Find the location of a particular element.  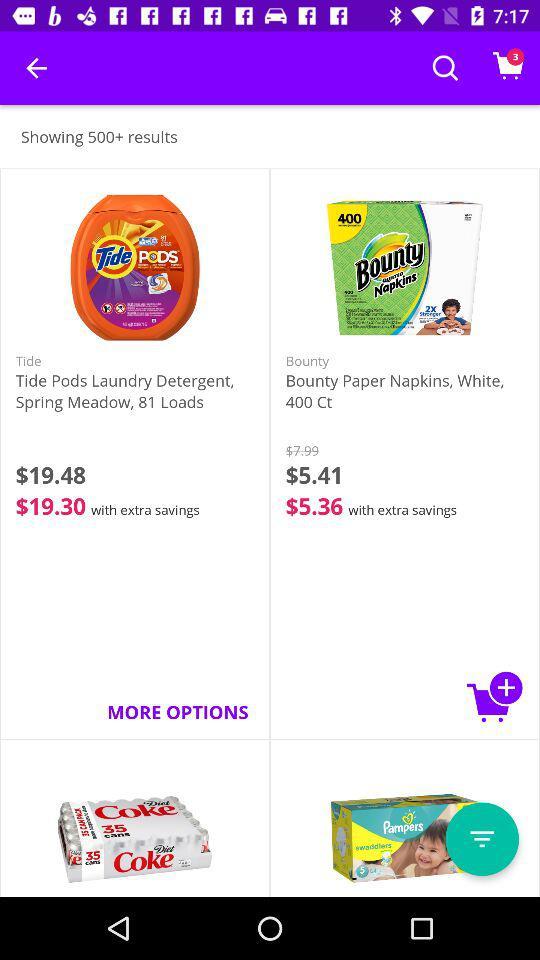

to cart icon is located at coordinates (494, 696).